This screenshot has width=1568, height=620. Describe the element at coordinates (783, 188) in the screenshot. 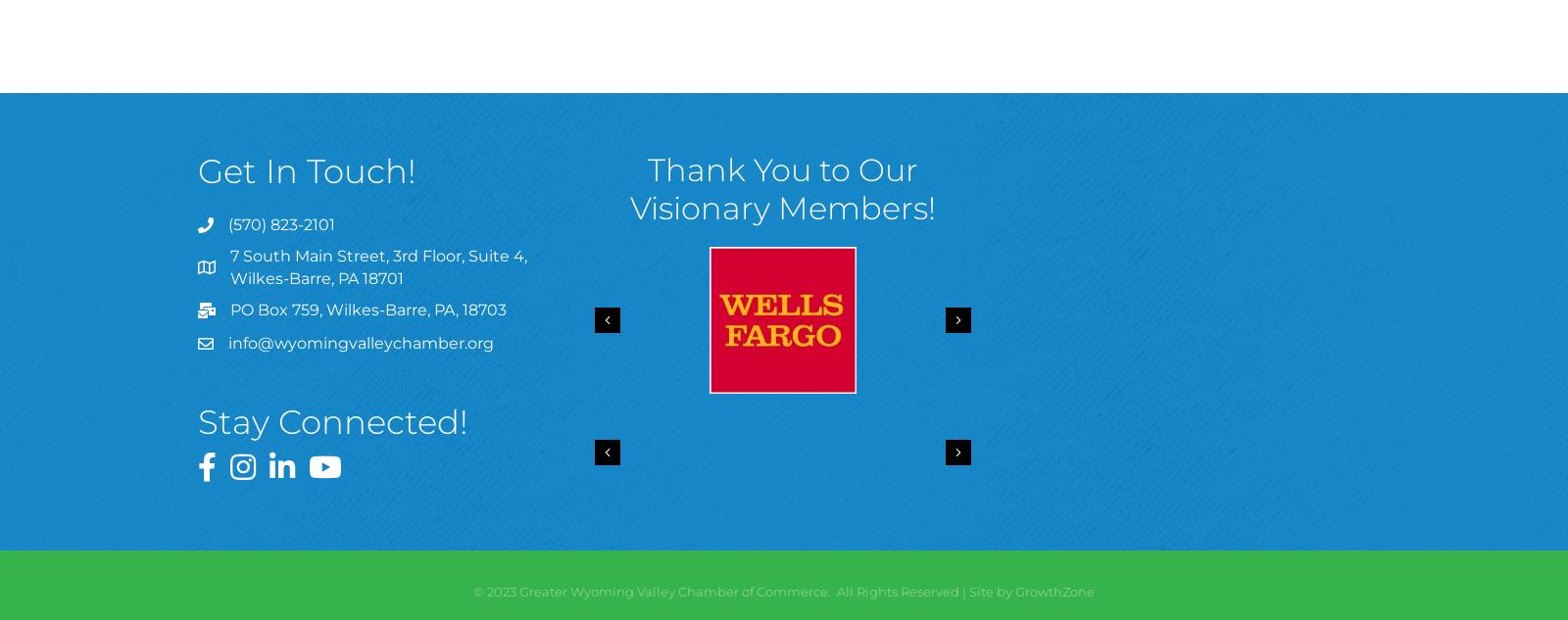

I see `'Thank You to Our Visionary Members!'` at that location.